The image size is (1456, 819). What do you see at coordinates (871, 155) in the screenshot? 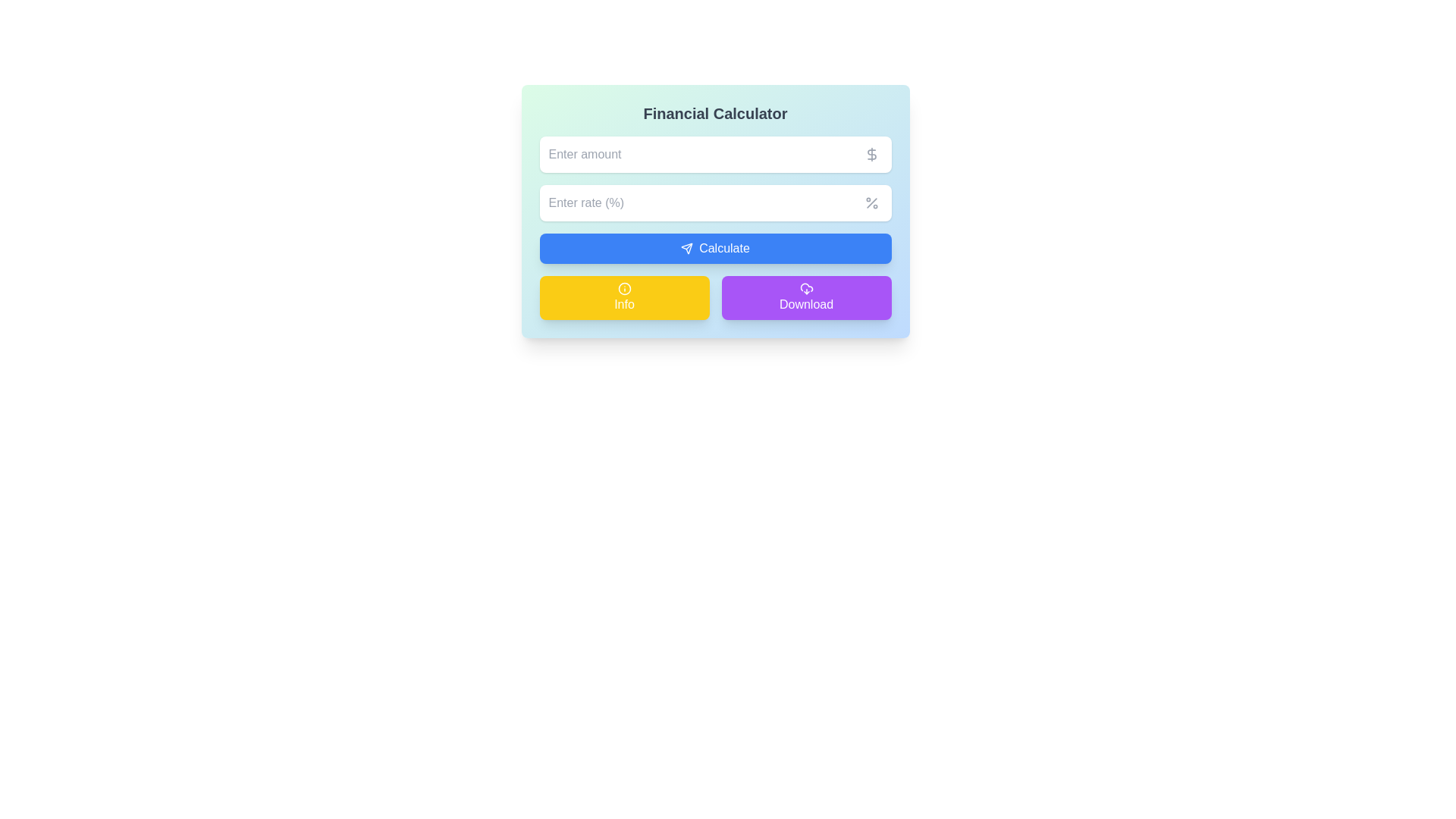
I see `the monetary input indicator icon located to the right of the 'Enter amount' text input field, which visually indicates that monetary values can be entered` at bounding box center [871, 155].